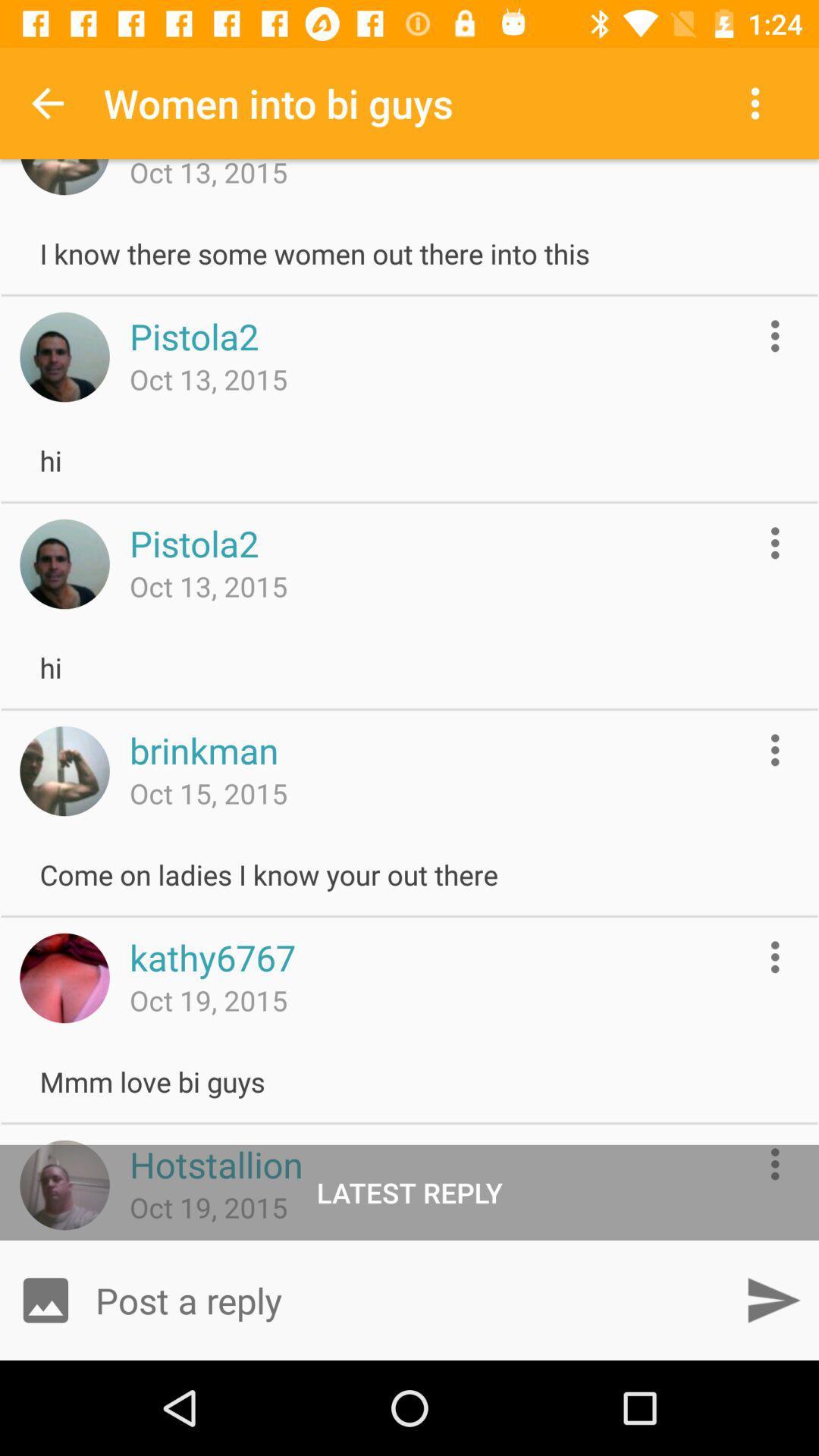  What do you see at coordinates (64, 978) in the screenshot?
I see `this user 's profile` at bounding box center [64, 978].